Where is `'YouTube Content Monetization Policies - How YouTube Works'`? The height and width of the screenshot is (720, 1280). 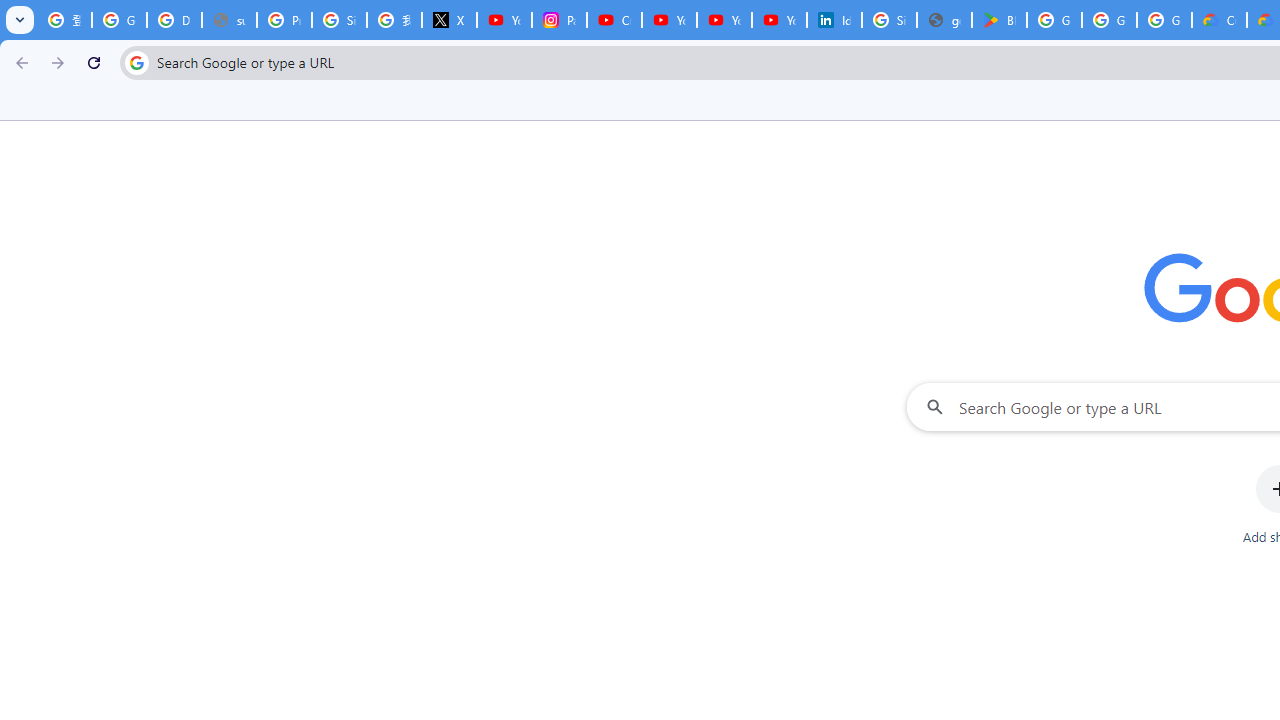
'YouTube Content Monetization Policies - How YouTube Works' is located at coordinates (504, 20).